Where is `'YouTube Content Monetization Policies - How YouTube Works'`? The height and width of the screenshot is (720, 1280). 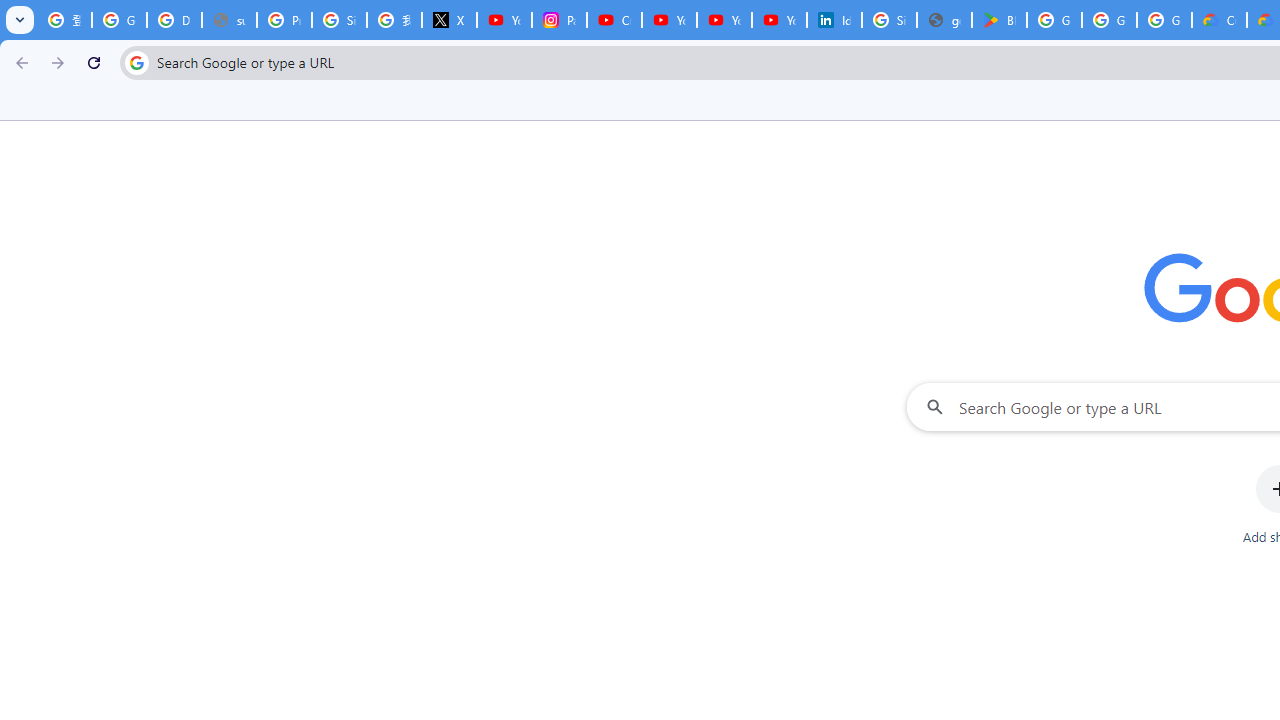
'YouTube Content Monetization Policies - How YouTube Works' is located at coordinates (504, 20).